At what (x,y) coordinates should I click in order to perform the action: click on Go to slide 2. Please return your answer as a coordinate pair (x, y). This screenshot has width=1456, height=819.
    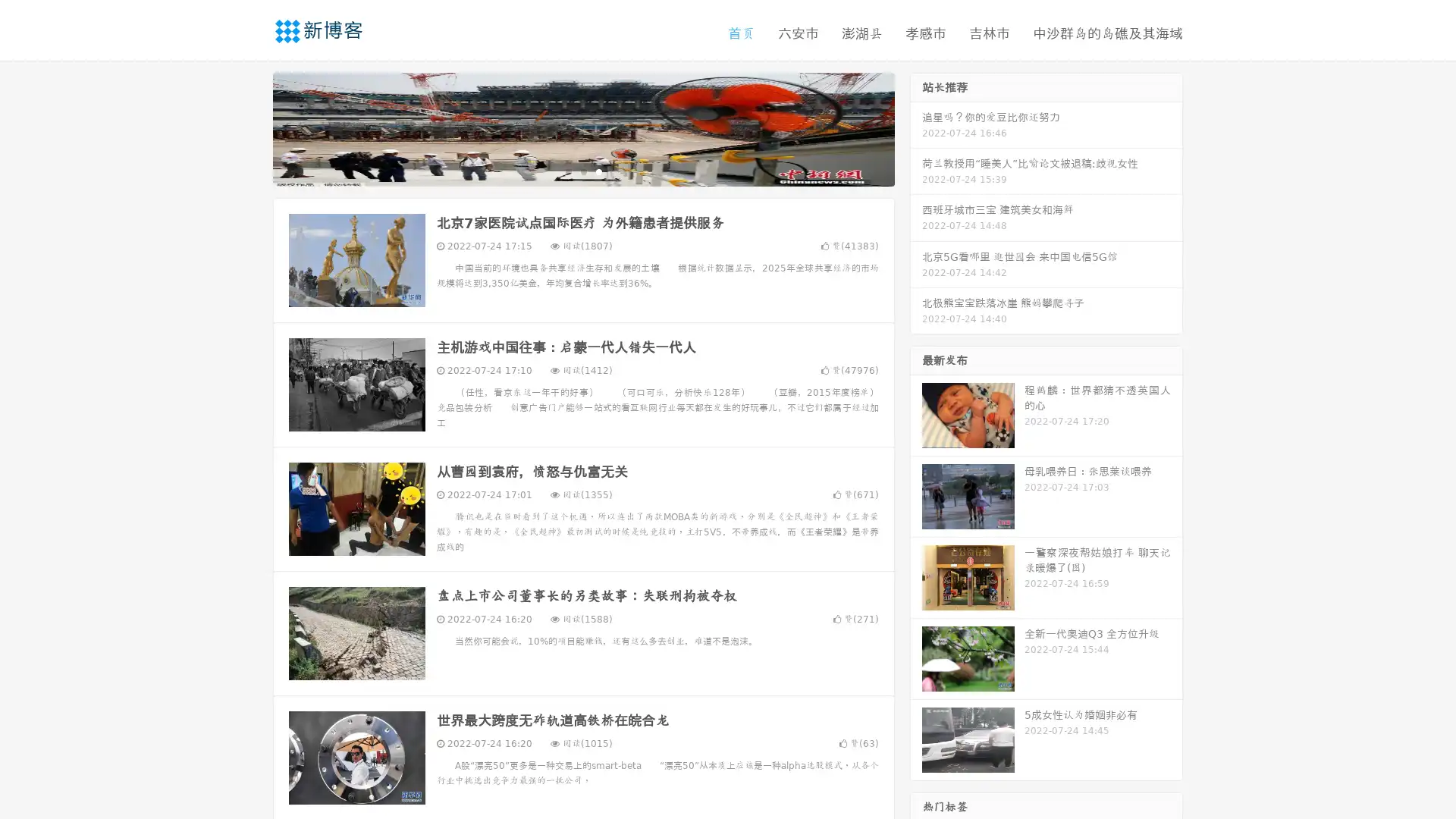
    Looking at the image, I should click on (582, 171).